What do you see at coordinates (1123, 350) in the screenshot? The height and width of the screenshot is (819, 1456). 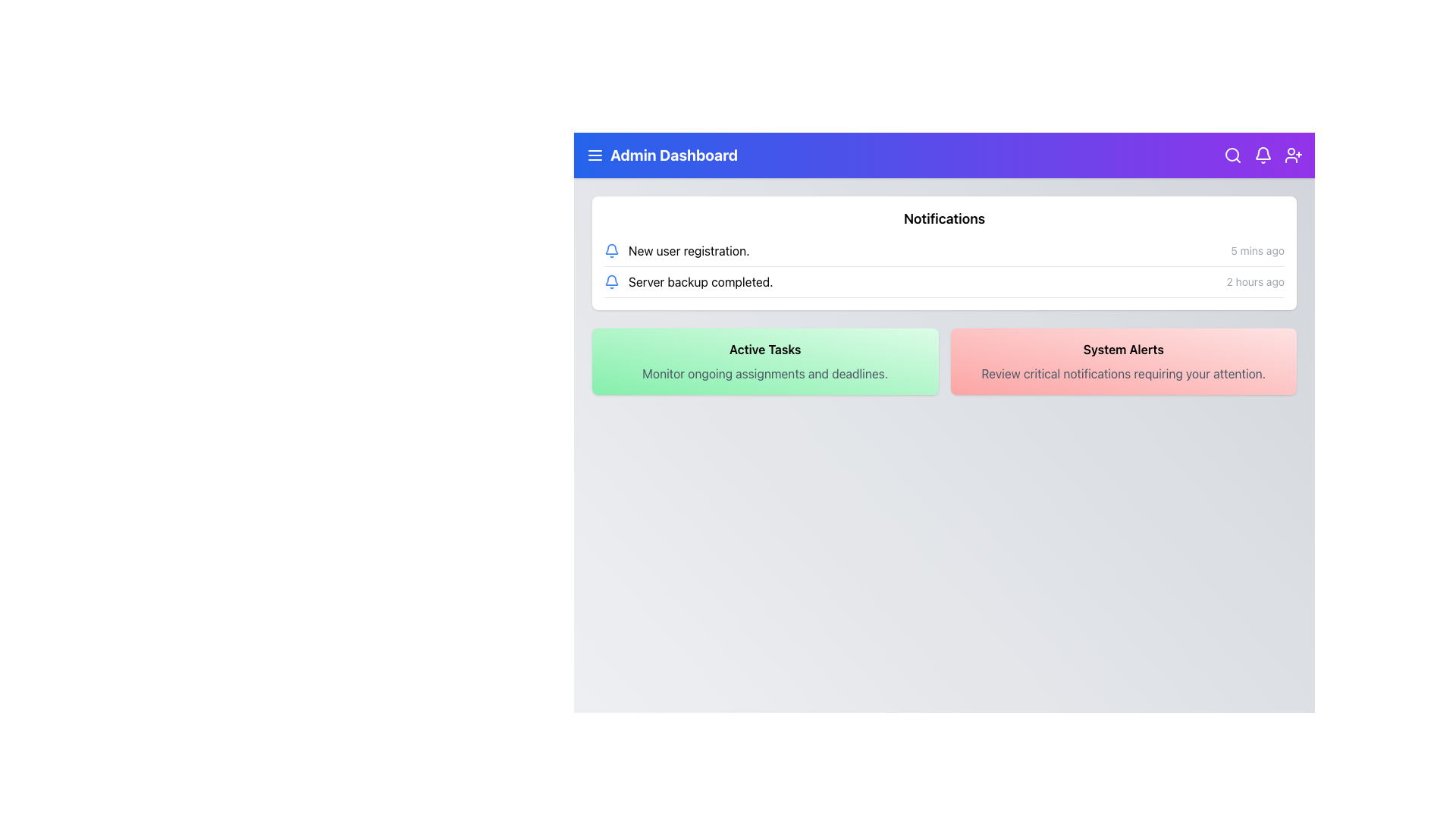 I see `text displayed in the title label for the 'System Alerts' section, which is positioned within a red gradient box on the rightmost side of the row` at bounding box center [1123, 350].